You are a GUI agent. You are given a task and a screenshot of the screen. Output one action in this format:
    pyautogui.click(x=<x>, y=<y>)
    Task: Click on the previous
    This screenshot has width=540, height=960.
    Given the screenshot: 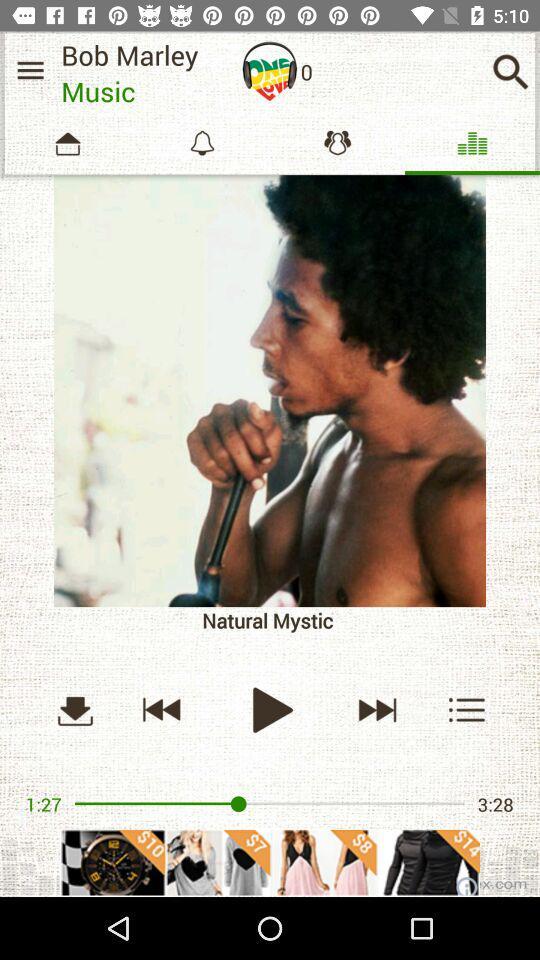 What is the action you would take?
    pyautogui.click(x=161, y=709)
    